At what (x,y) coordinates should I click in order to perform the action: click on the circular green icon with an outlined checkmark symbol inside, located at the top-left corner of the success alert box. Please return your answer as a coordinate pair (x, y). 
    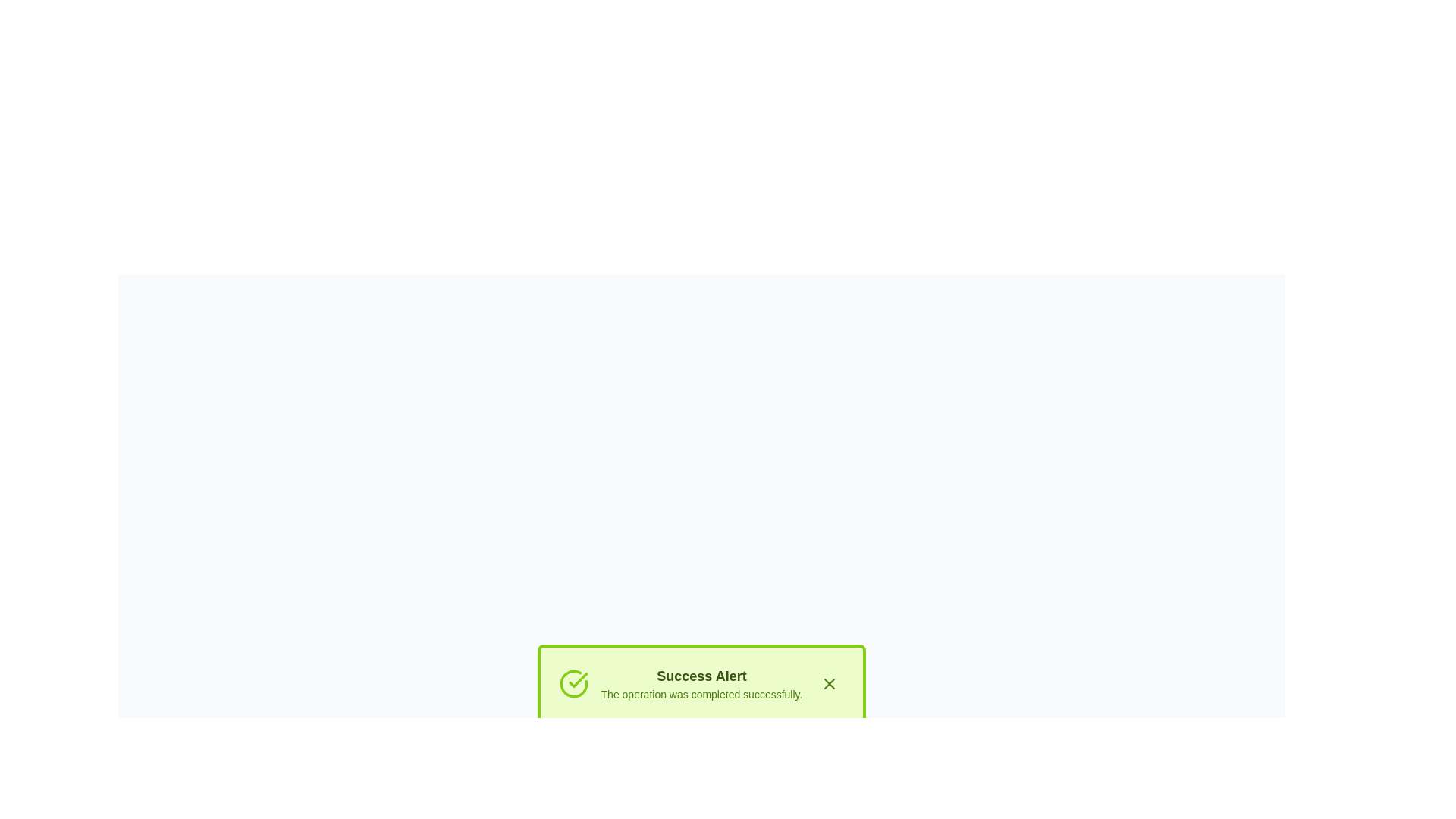
    Looking at the image, I should click on (573, 684).